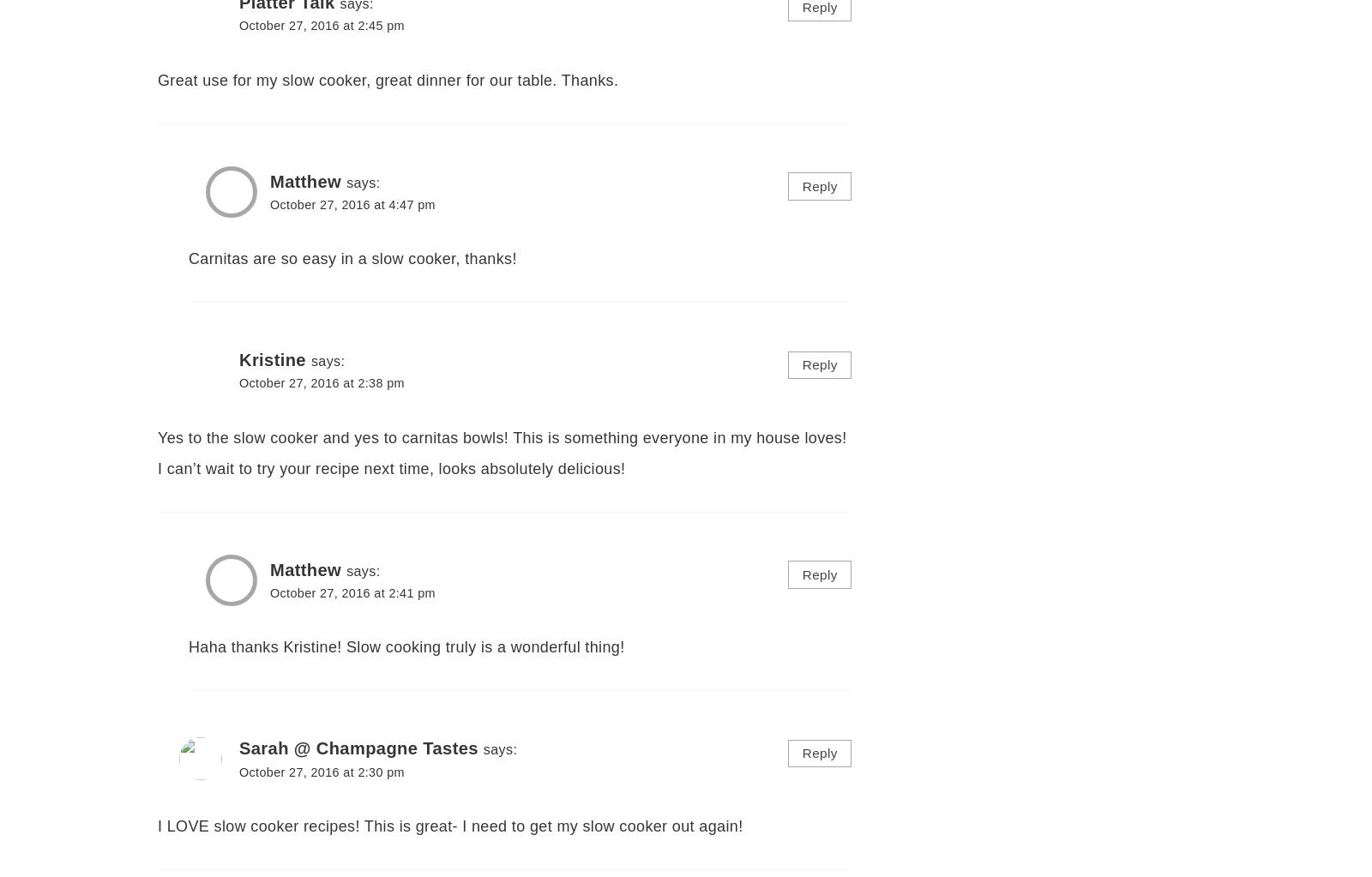 The height and width of the screenshot is (877, 1372). What do you see at coordinates (352, 257) in the screenshot?
I see `'Carnitas are so easy in a slow cooker, thanks!'` at bounding box center [352, 257].